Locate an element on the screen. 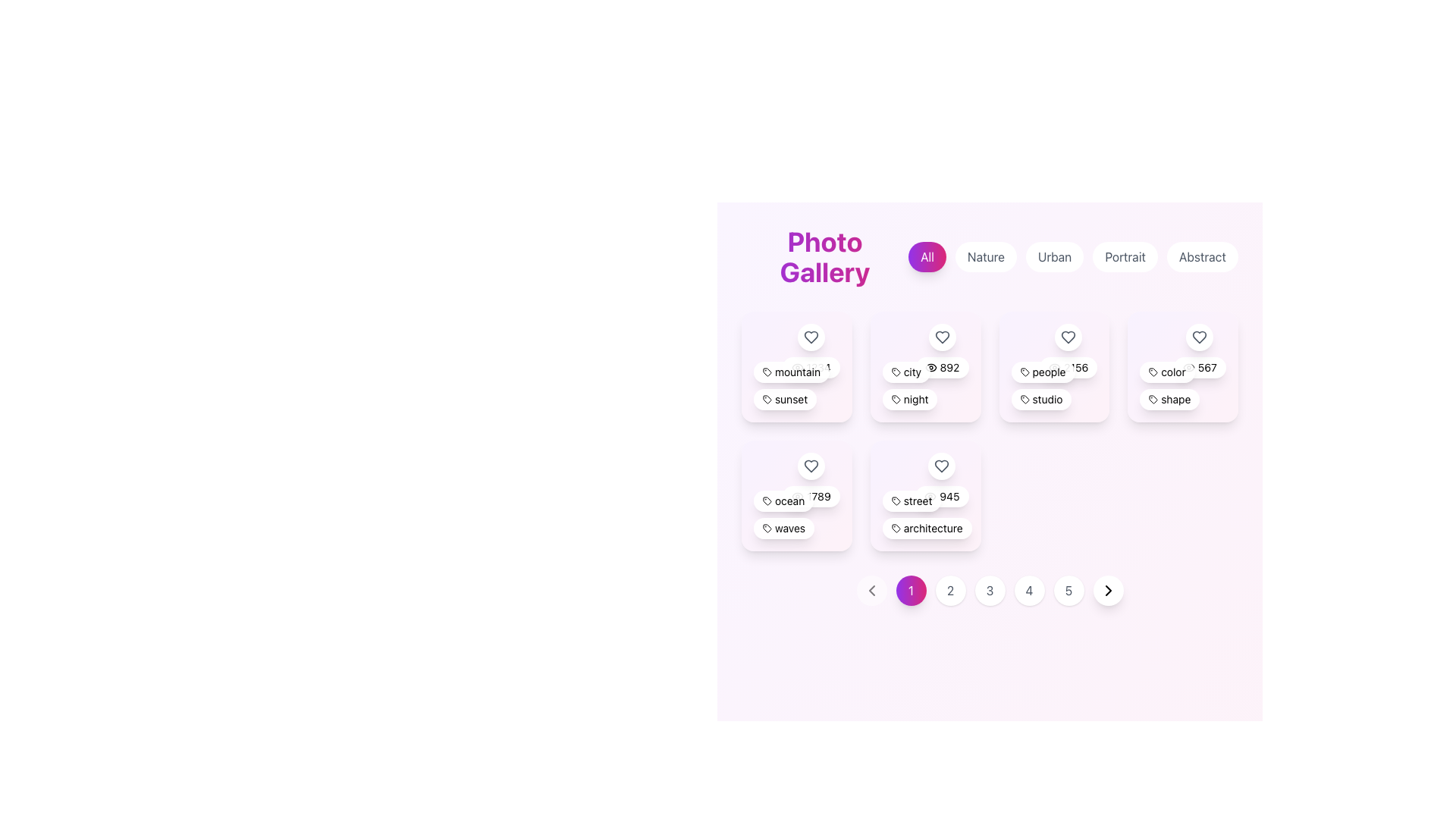 The height and width of the screenshot is (819, 1456). the heart icon located in the first row, third column of the grid layout to mark an item as a favorite is located at coordinates (1068, 336).